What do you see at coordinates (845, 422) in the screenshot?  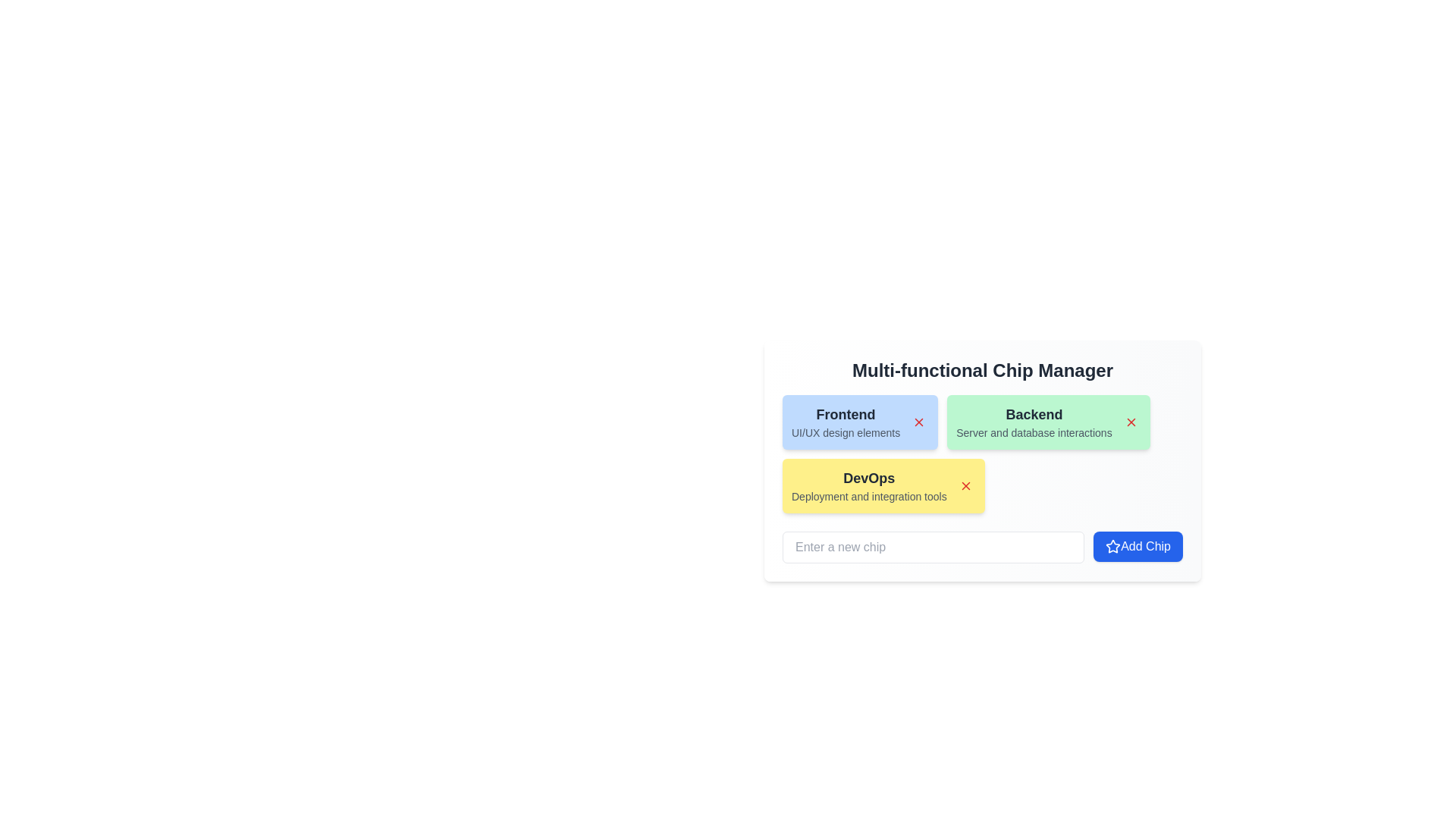 I see `the Text label located within the blue chip on the leftmost side of a group of chips, positioned above a smaller red 'X' icon` at bounding box center [845, 422].